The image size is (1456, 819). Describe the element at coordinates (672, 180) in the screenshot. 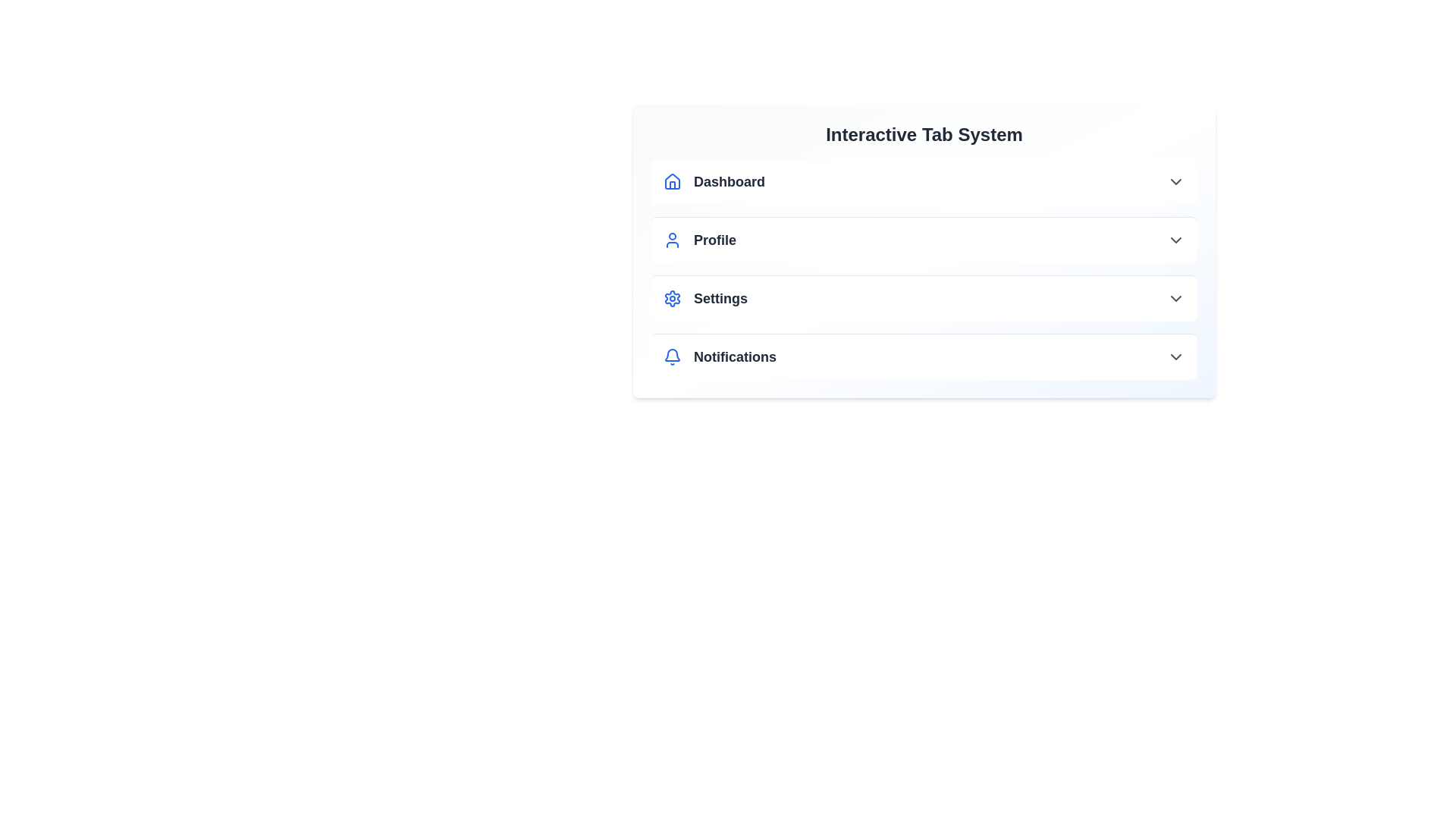

I see `the visual representation of the house-shaped icon styled in blue, located on the left side of the first item in a vertical list of tabs` at that location.